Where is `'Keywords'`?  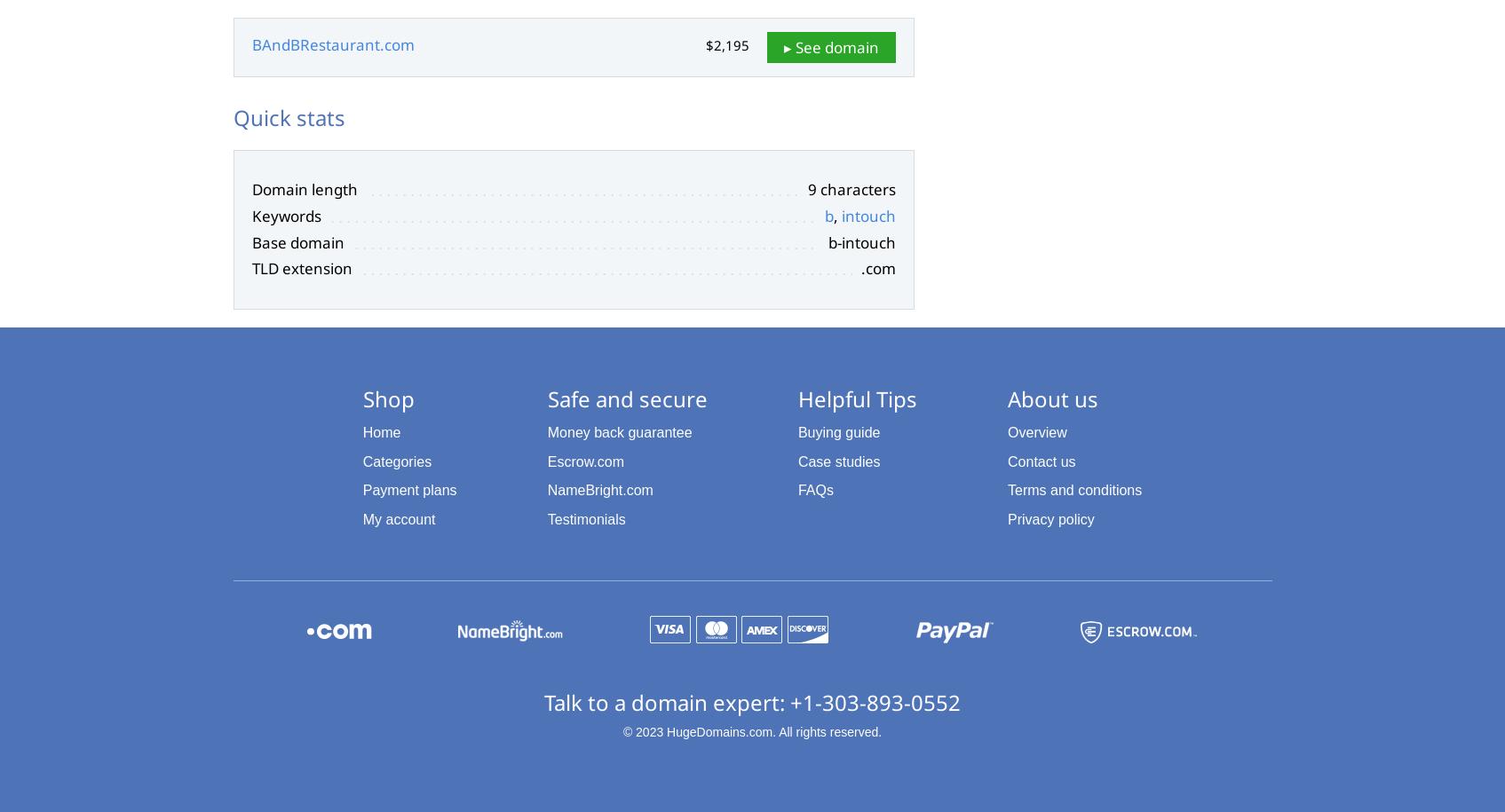 'Keywords' is located at coordinates (286, 215).